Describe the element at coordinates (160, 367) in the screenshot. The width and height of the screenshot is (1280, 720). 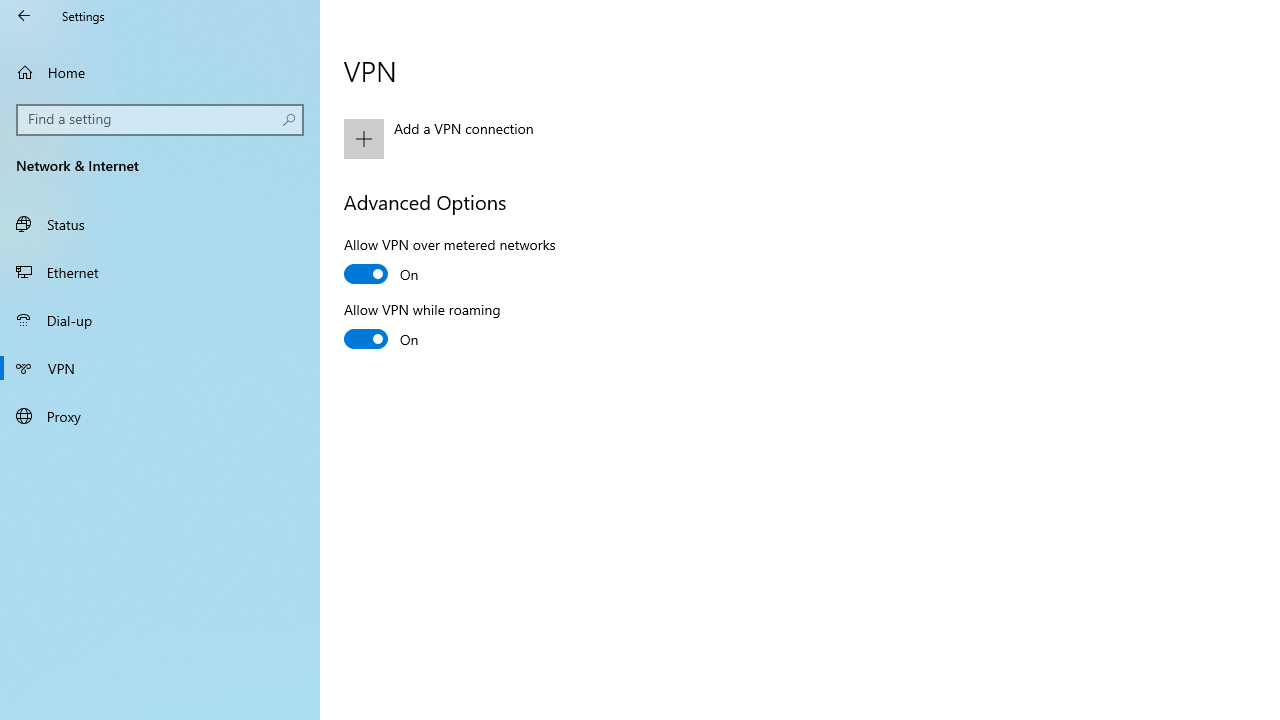
I see `'VPN'` at that location.